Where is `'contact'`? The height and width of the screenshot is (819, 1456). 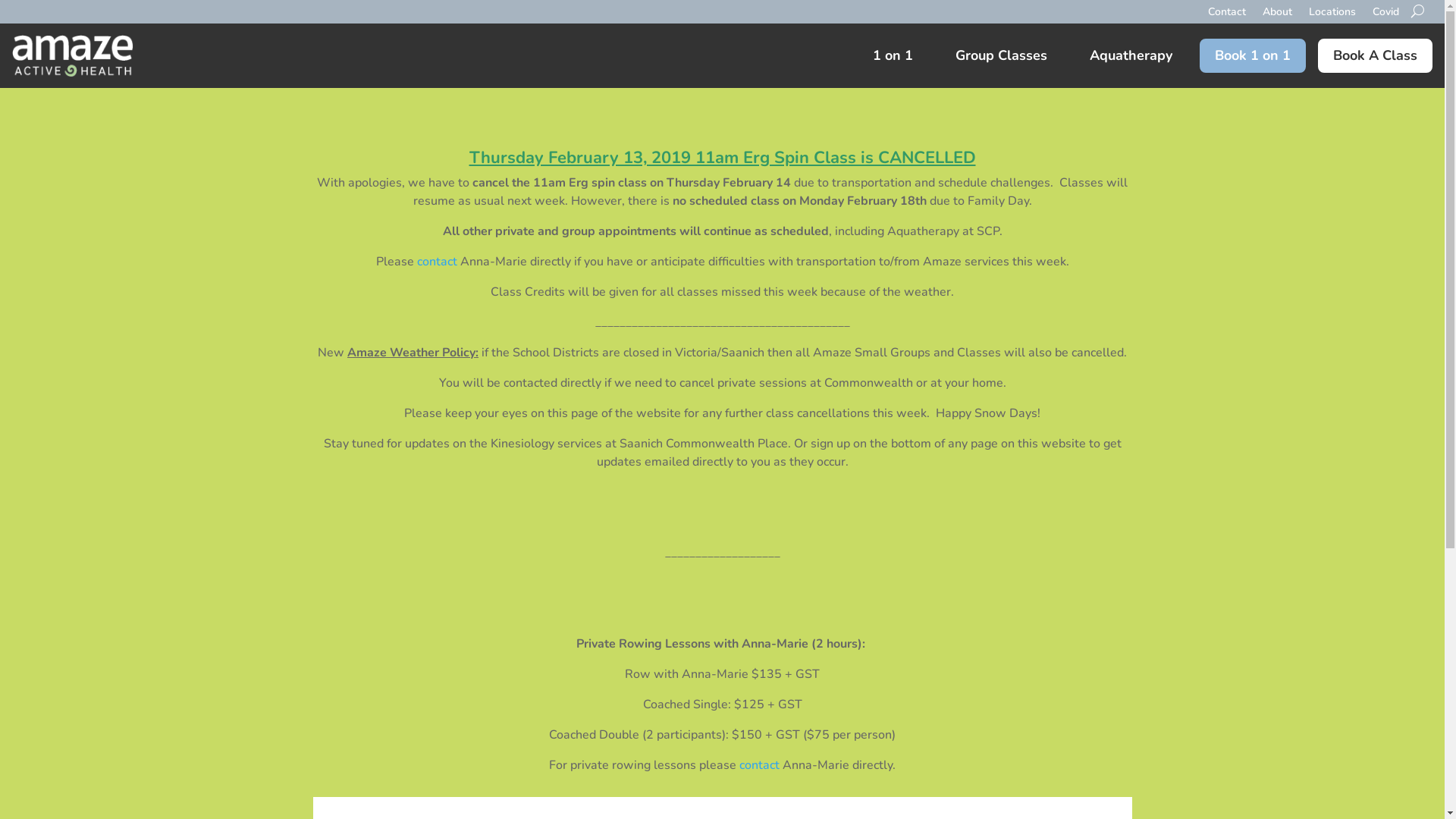
'contact' is located at coordinates (759, 765).